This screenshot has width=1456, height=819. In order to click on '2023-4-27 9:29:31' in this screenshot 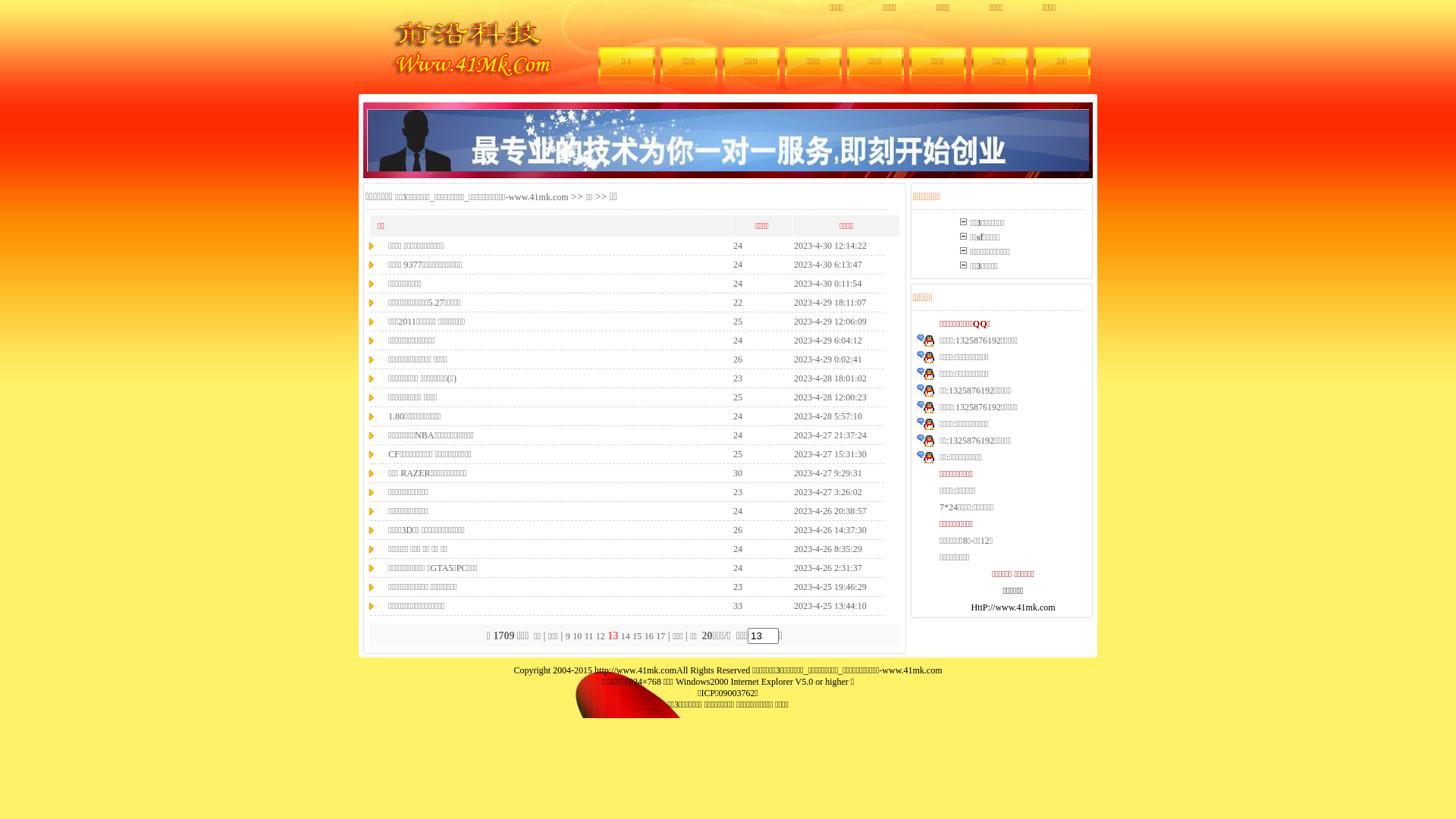, I will do `click(827, 472)`.